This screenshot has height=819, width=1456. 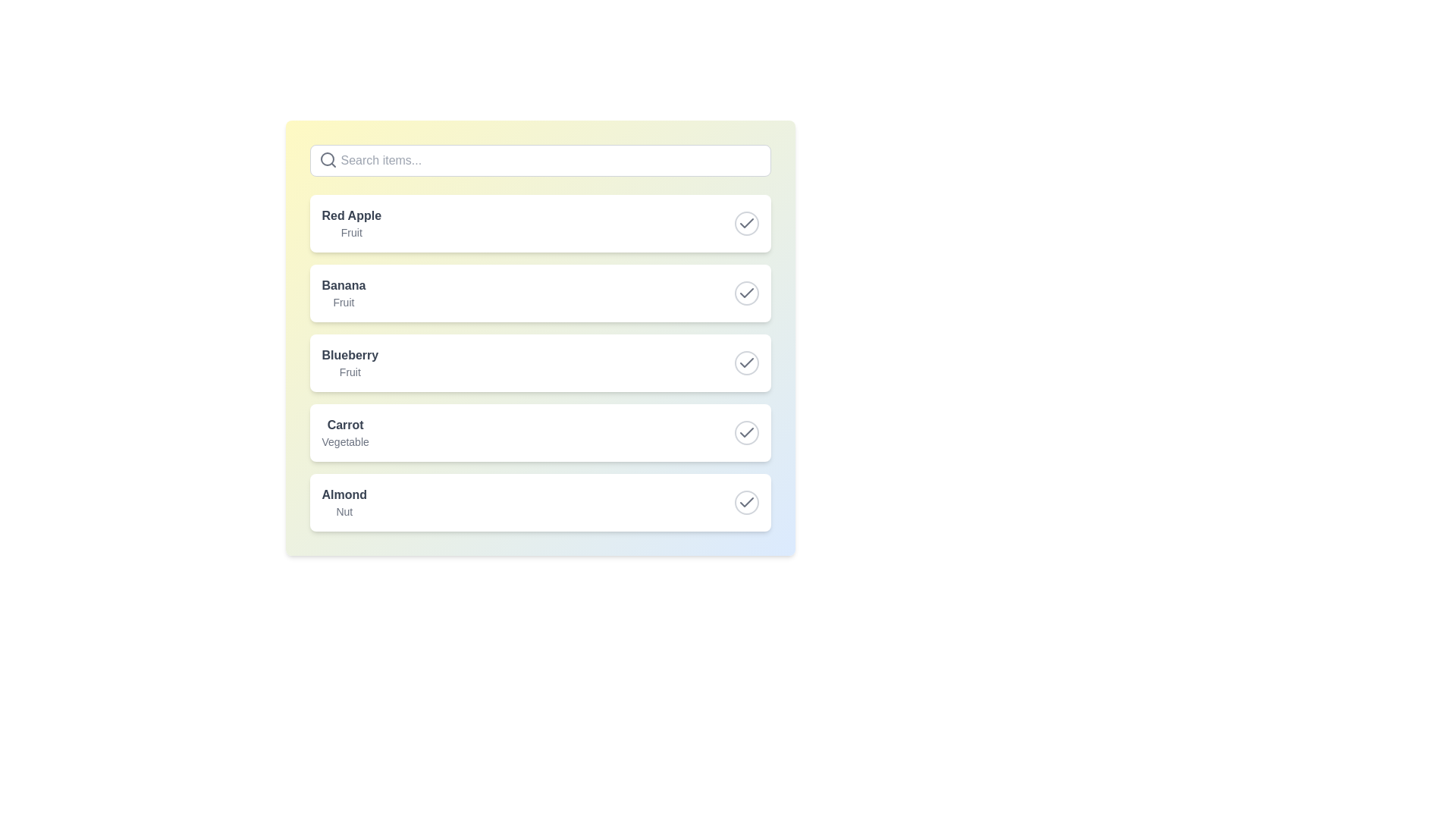 What do you see at coordinates (327, 160) in the screenshot?
I see `the search icon, which is a magnifying glass outline positioned to the left of the text input field labeled 'Search items...'` at bounding box center [327, 160].